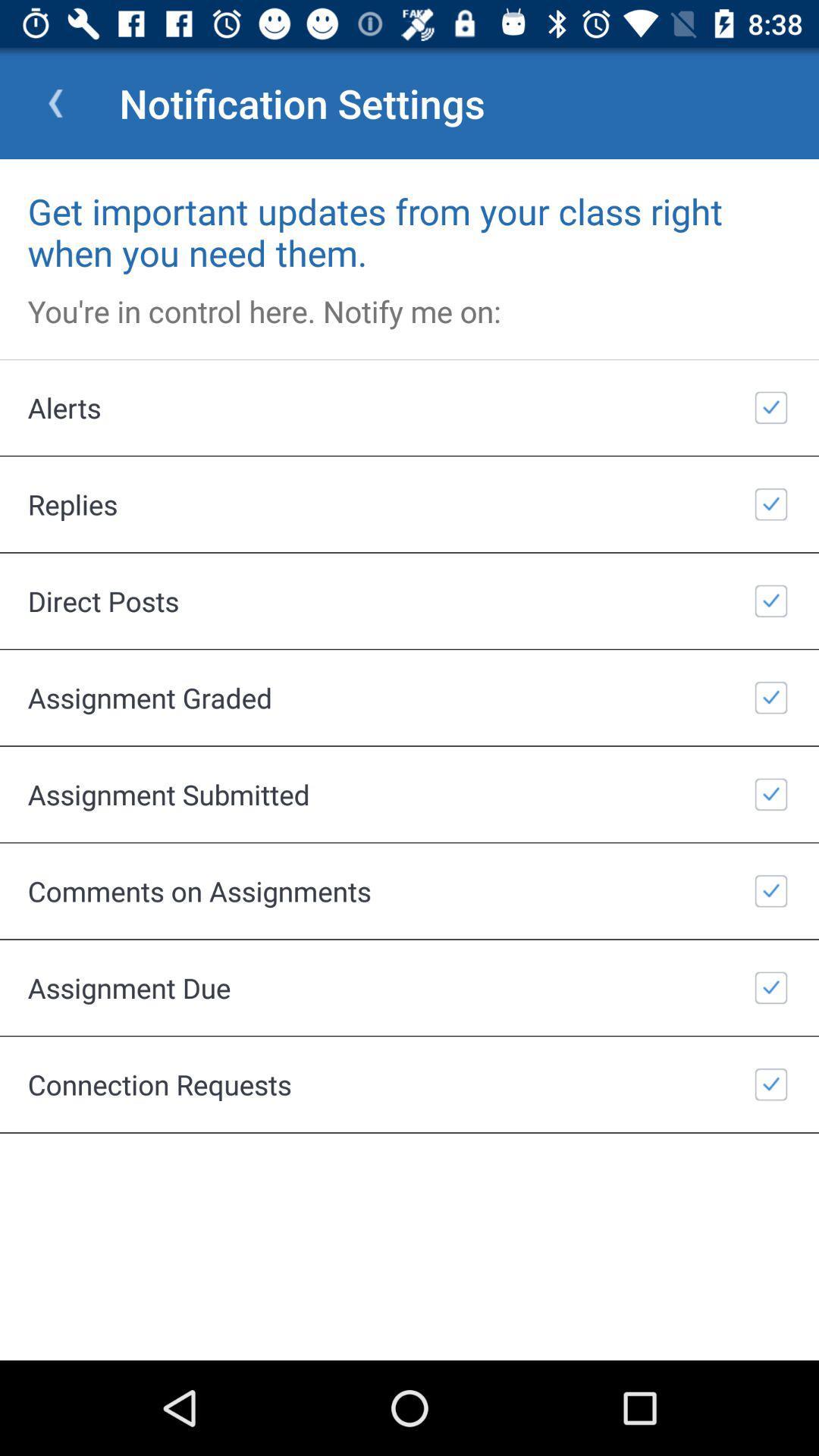 The width and height of the screenshot is (819, 1456). What do you see at coordinates (409, 891) in the screenshot?
I see `item above assignment due` at bounding box center [409, 891].